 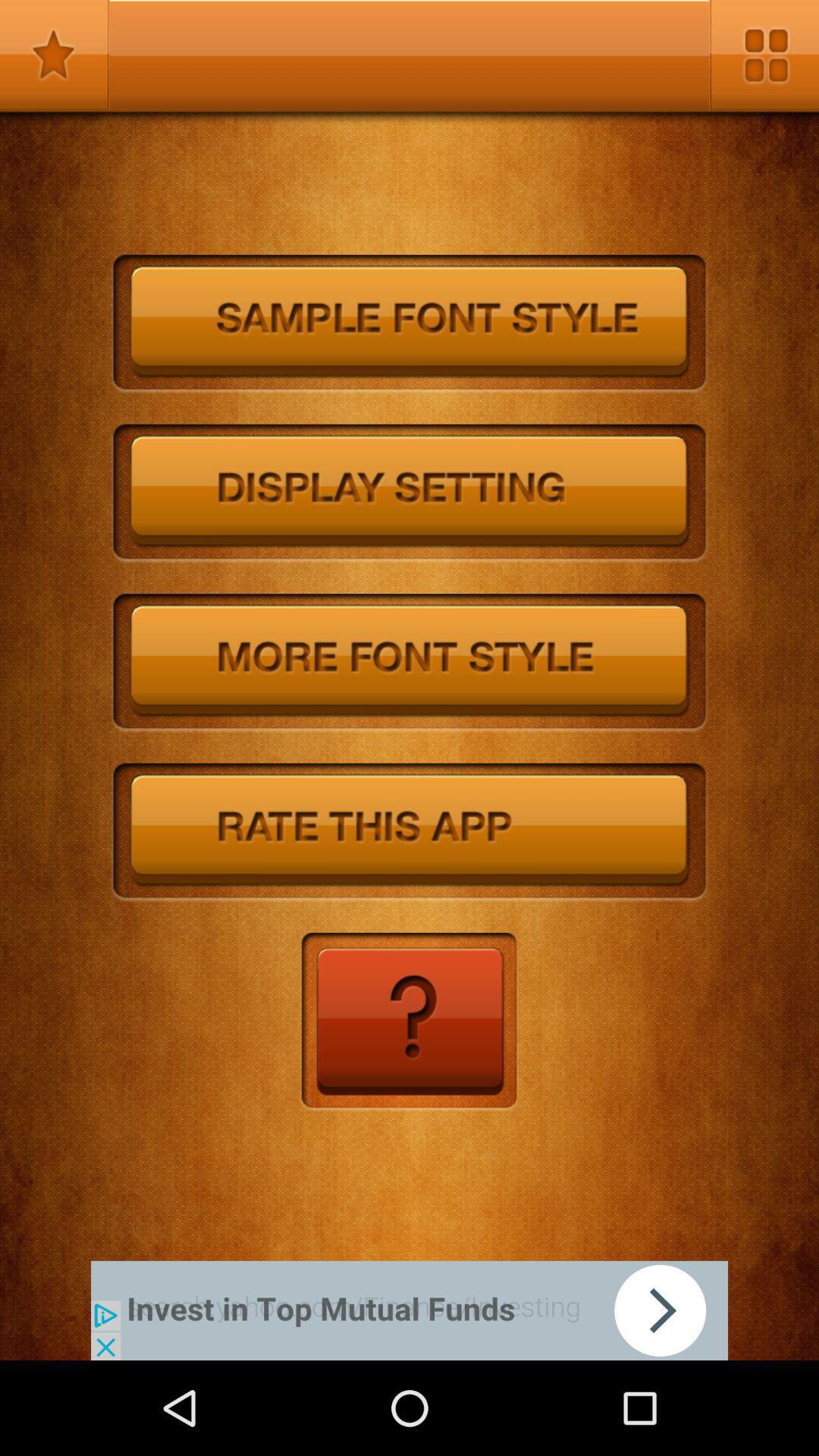 What do you see at coordinates (409, 323) in the screenshot?
I see `sample font style` at bounding box center [409, 323].